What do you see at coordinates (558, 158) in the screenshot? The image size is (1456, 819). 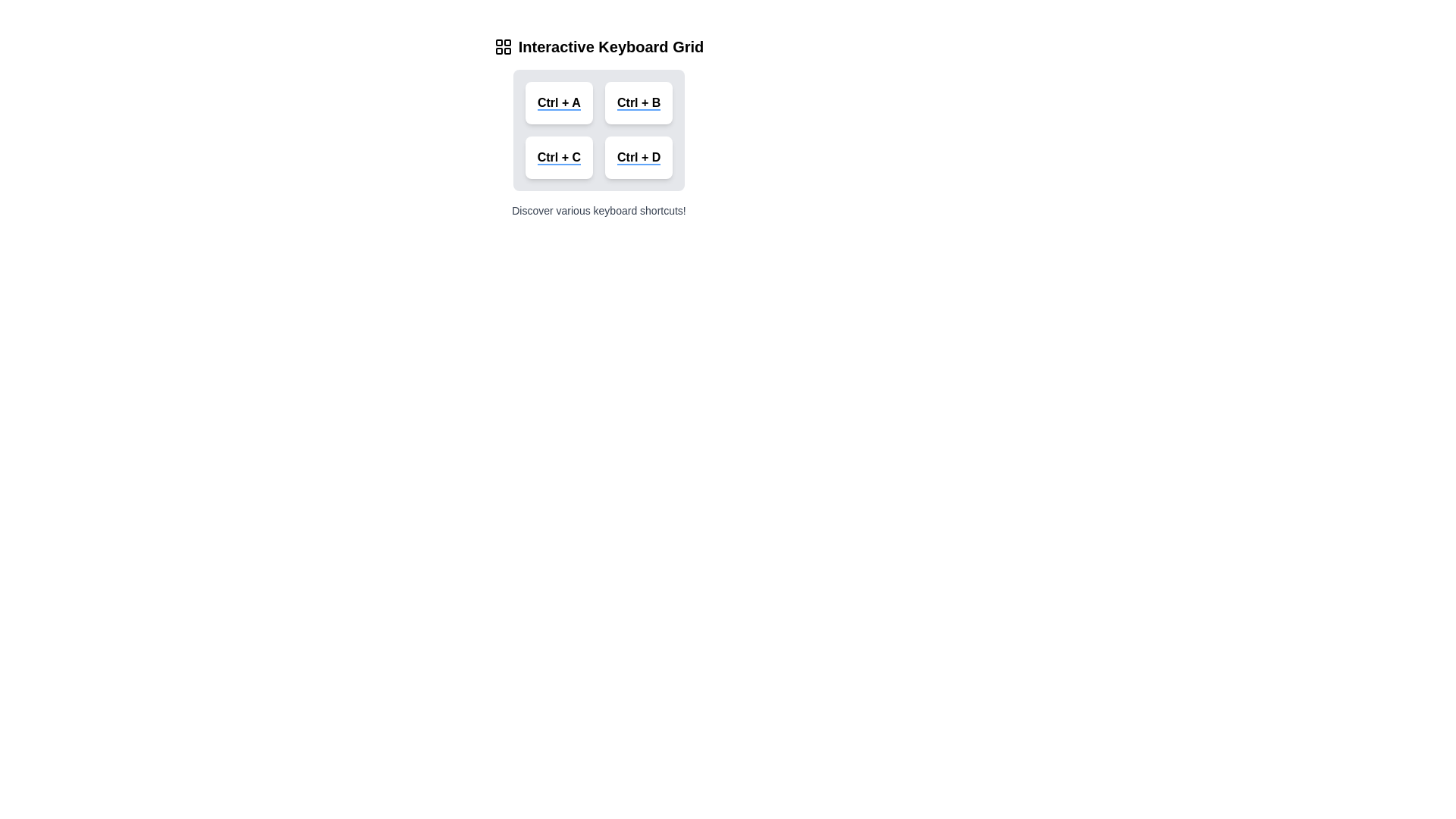 I see `the text label displaying 'Ctrl + C' in a bold font with a blue underline located in the third button of the grid within the 'Interactive Keyboard Grid' panel` at bounding box center [558, 158].